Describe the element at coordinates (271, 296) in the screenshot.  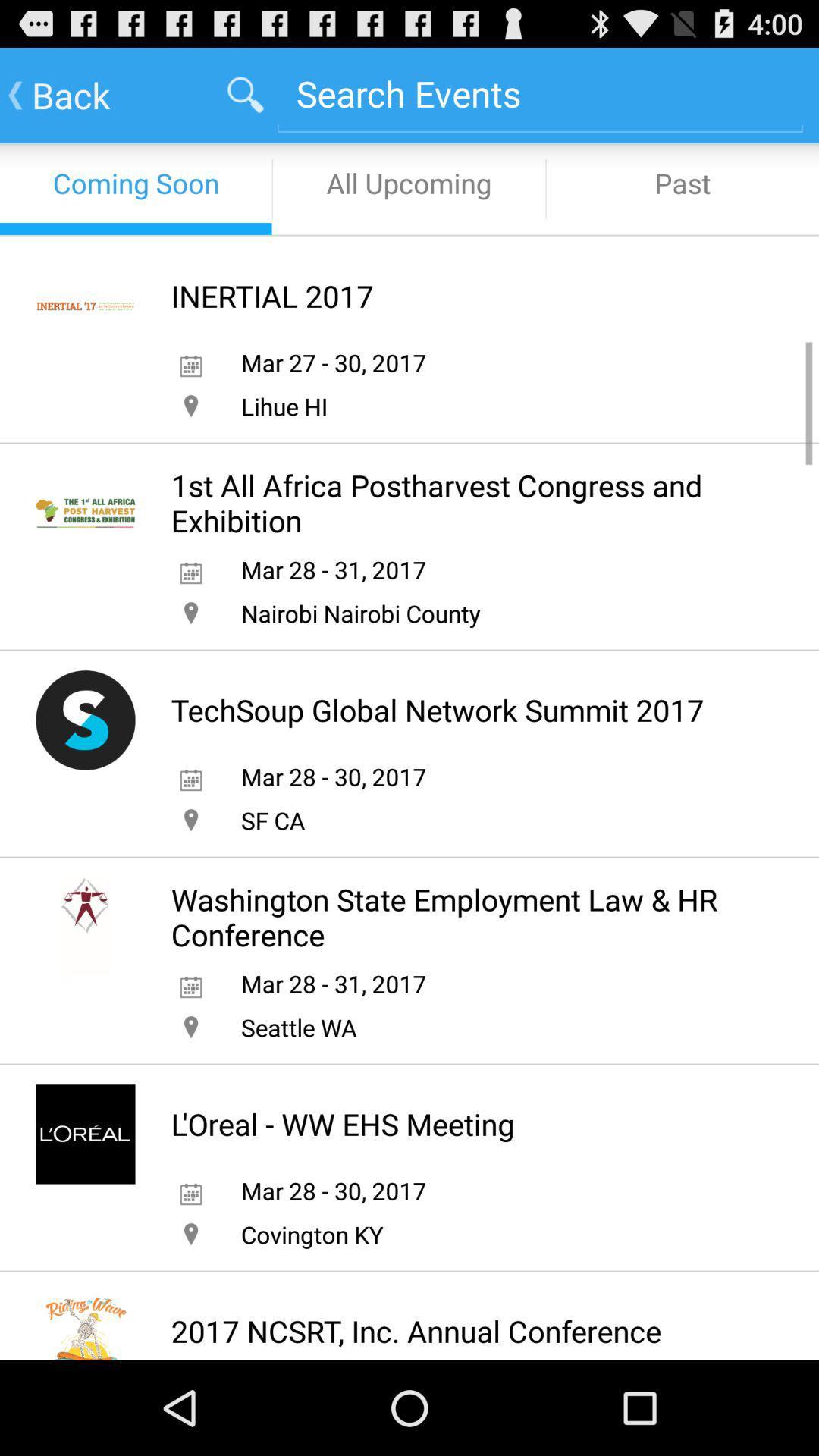
I see `the inertial 2017 icon` at that location.